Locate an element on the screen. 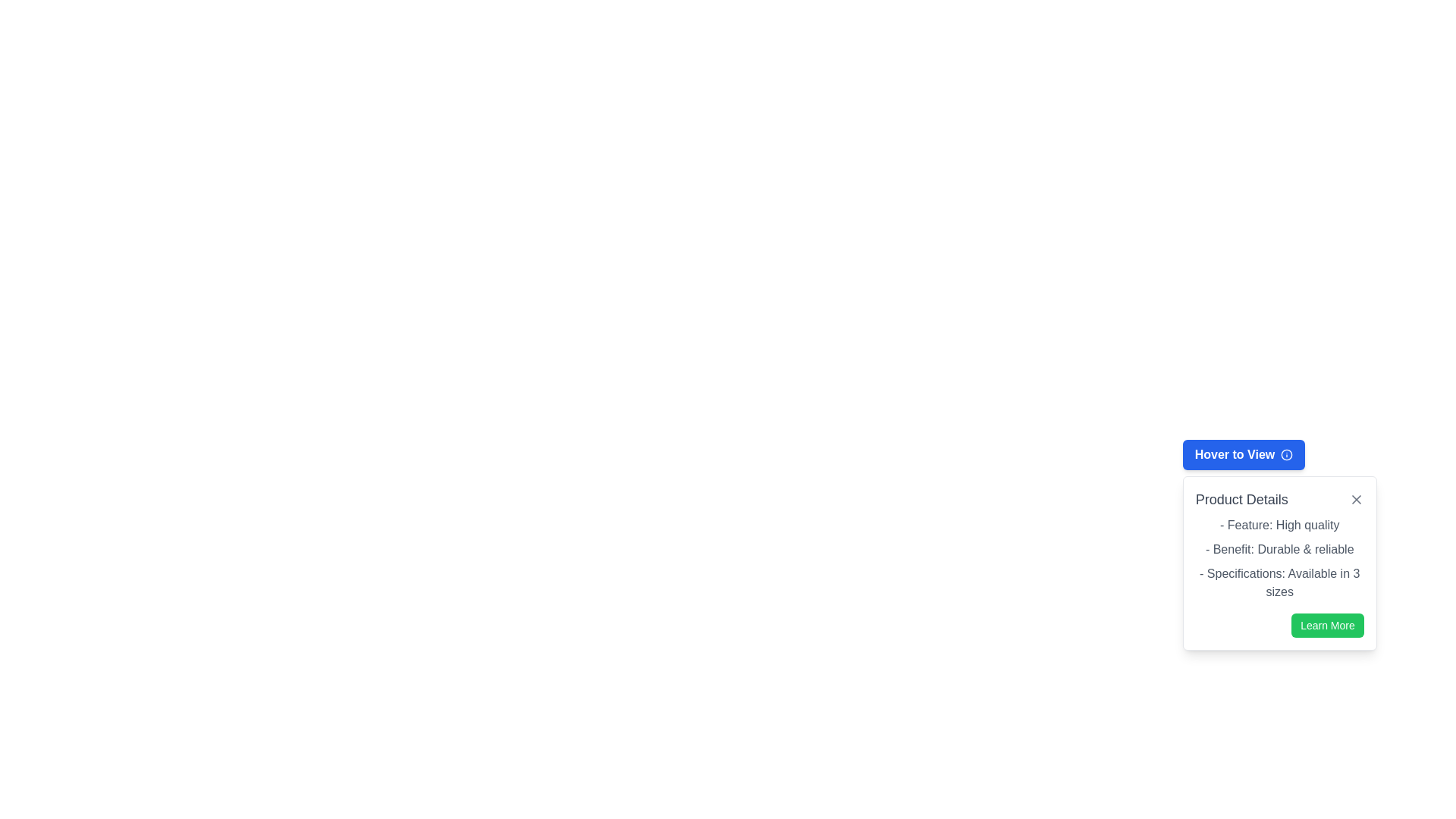 The image size is (1456, 819). the Header element located at the top of the dropdown panel, which serves as the title and is adjacent to the close button marked by an 'X' is located at coordinates (1279, 500).